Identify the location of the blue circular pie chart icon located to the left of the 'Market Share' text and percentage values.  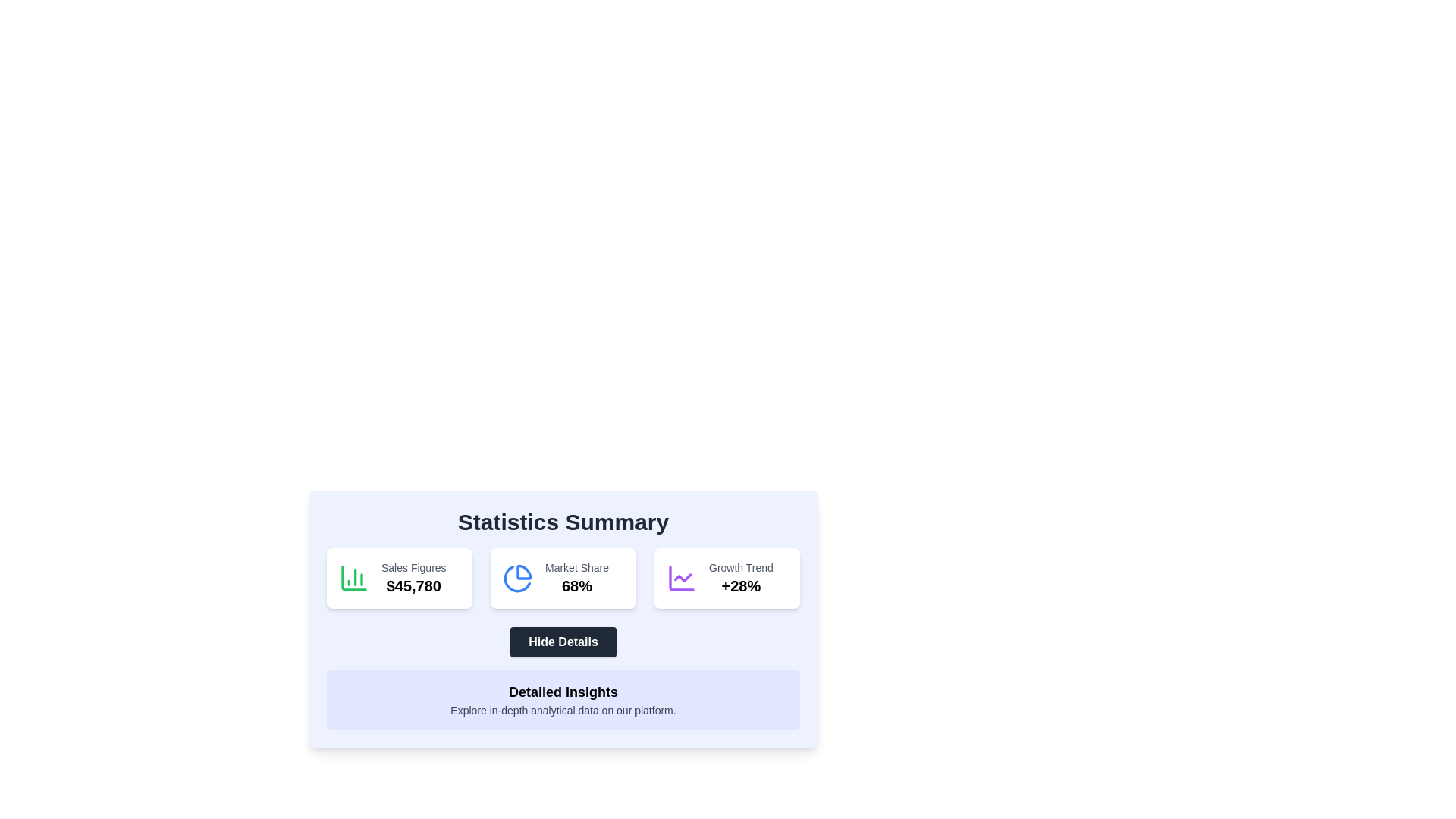
(517, 579).